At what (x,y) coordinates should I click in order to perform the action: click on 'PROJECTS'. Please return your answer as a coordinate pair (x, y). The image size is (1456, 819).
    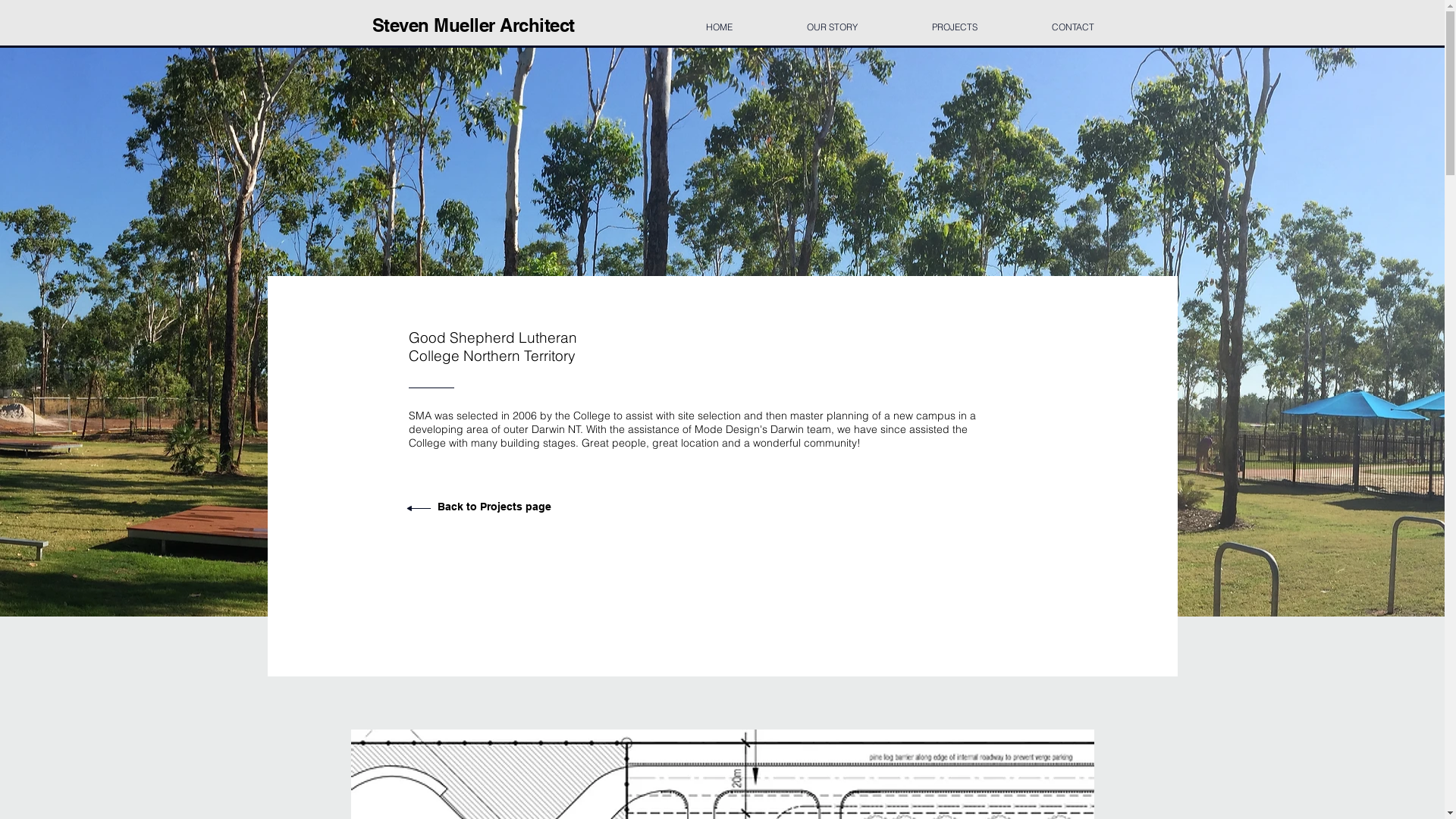
    Looking at the image, I should click on (895, 20).